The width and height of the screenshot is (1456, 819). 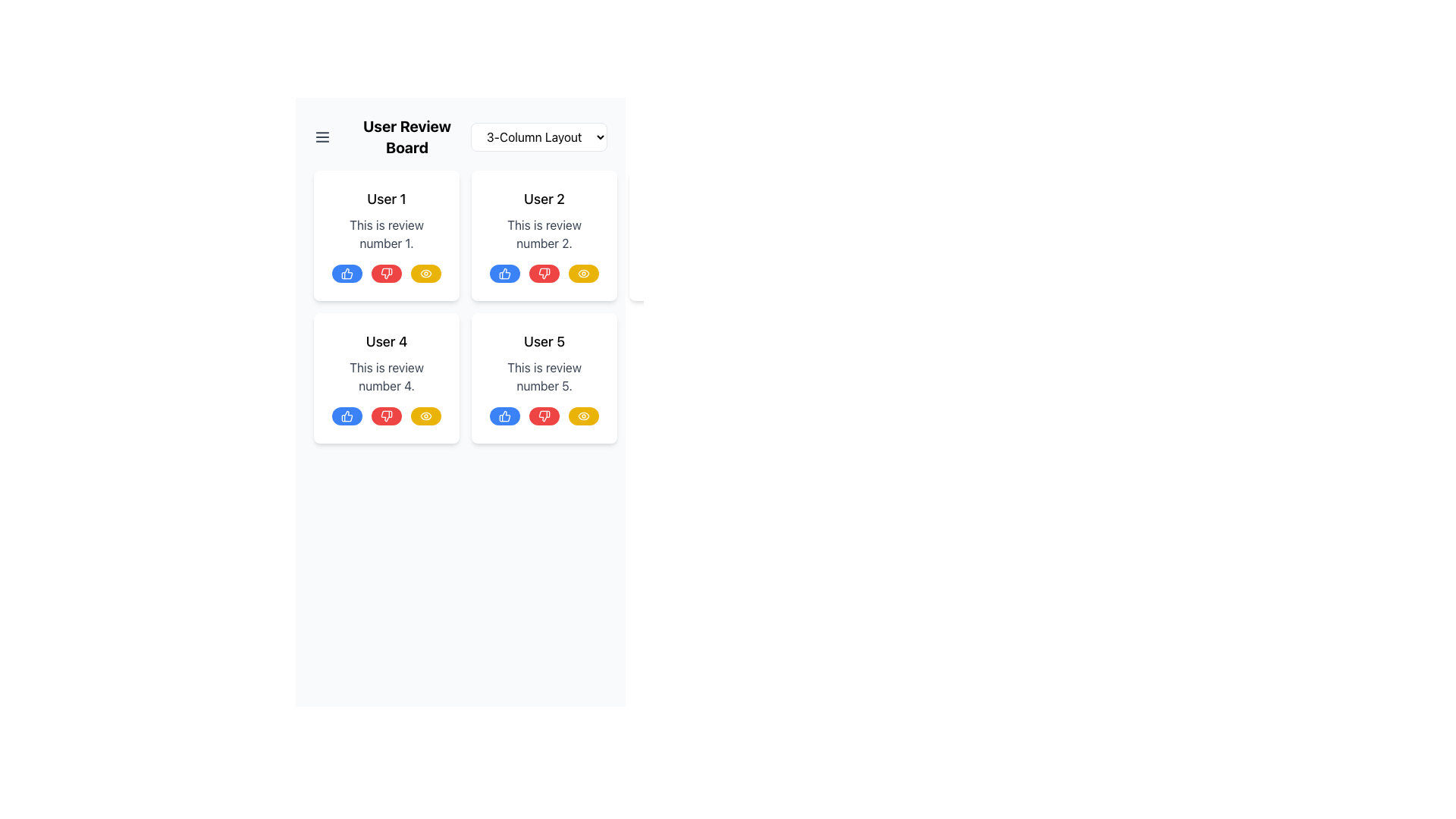 I want to click on the Text Label that identifies the content as being associated with 'User 1', located at the top of the content card in the first column and first row of the grid layout, so click(x=386, y=198).